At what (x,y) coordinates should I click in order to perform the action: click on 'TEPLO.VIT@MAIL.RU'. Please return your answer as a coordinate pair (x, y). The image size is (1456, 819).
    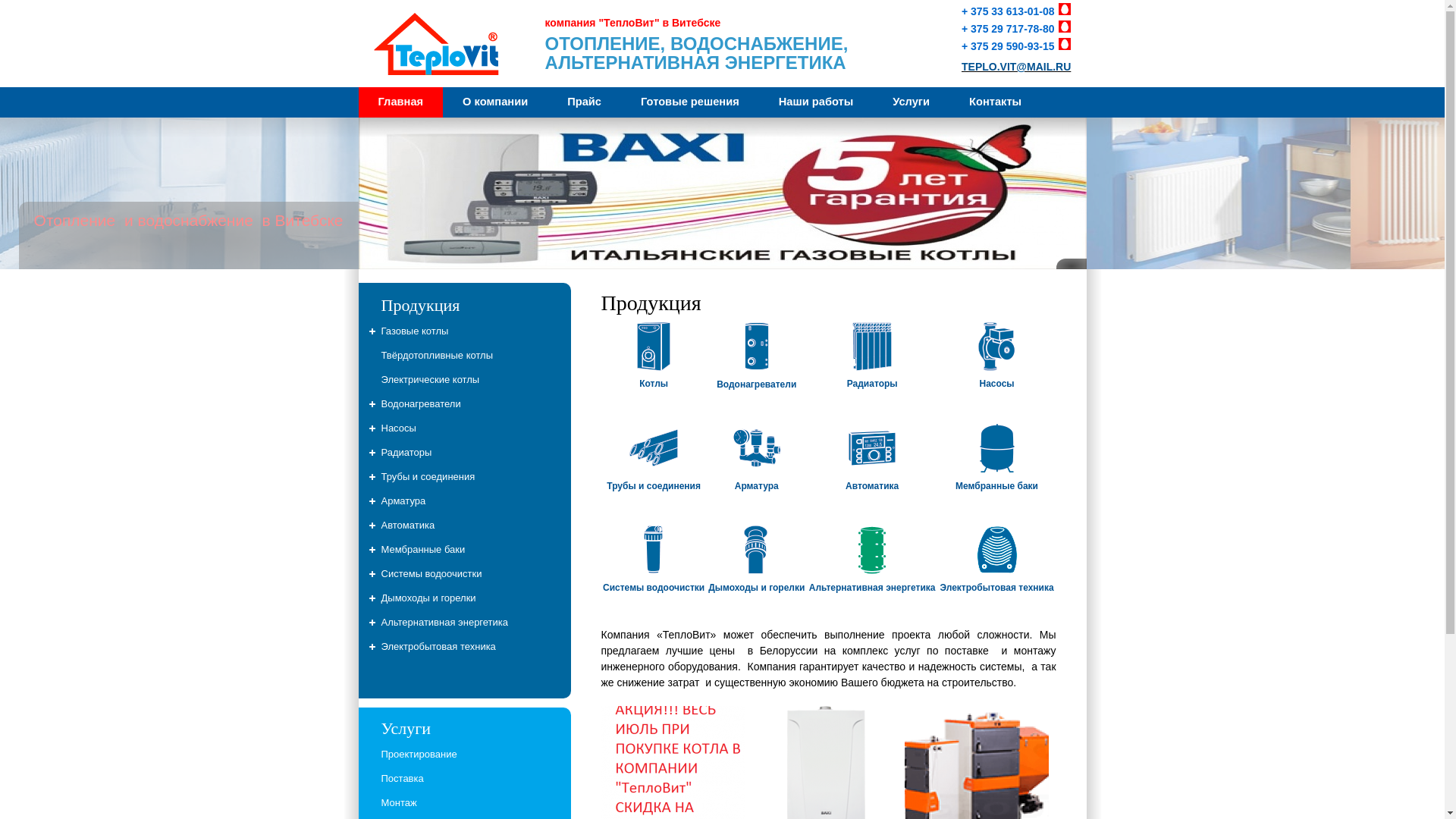
    Looking at the image, I should click on (1015, 66).